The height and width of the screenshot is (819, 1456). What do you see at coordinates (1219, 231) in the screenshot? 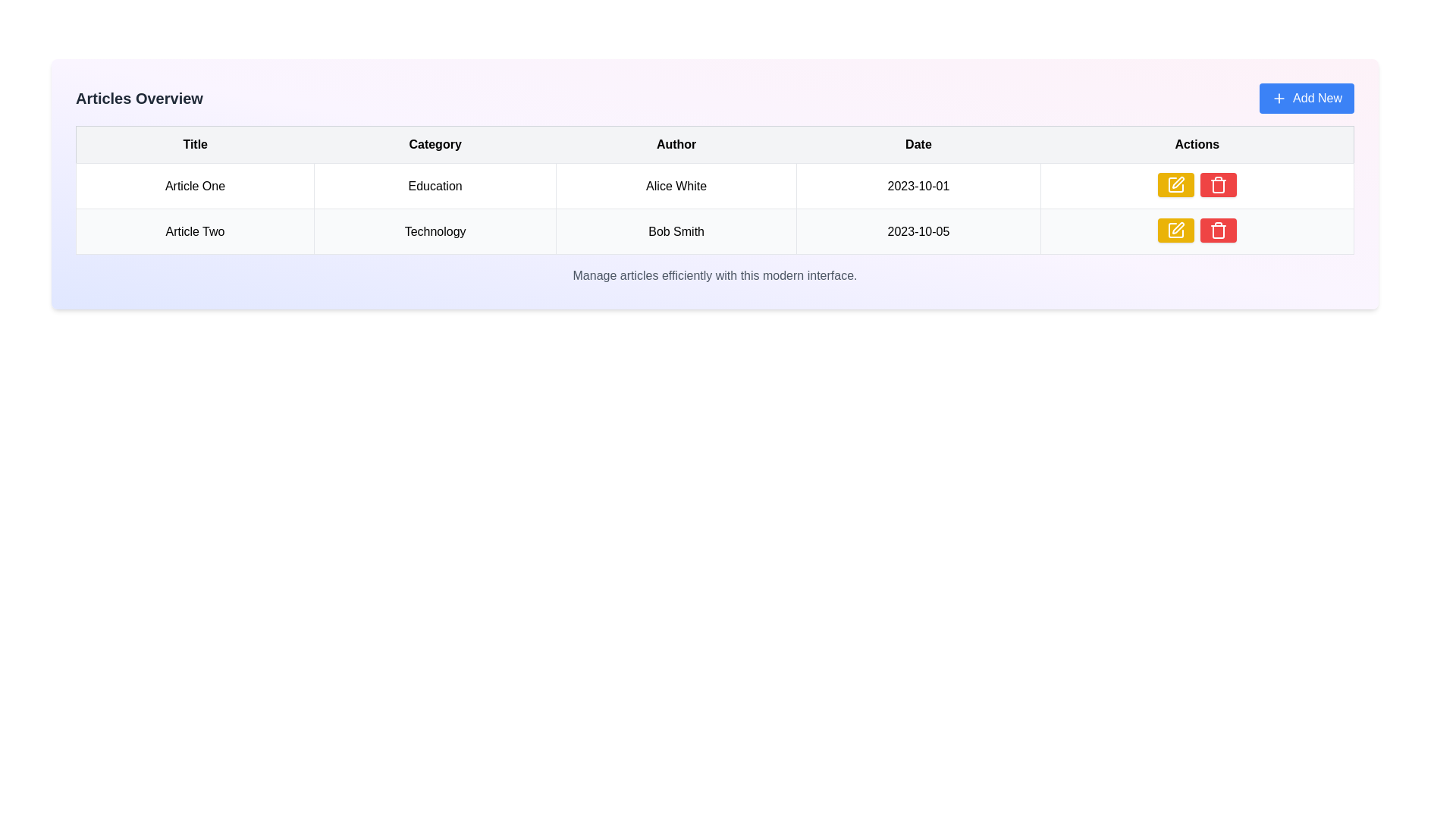
I see `the Delete button represented by an SVG trash can icon located in the Actions column of the second row in the table` at bounding box center [1219, 231].